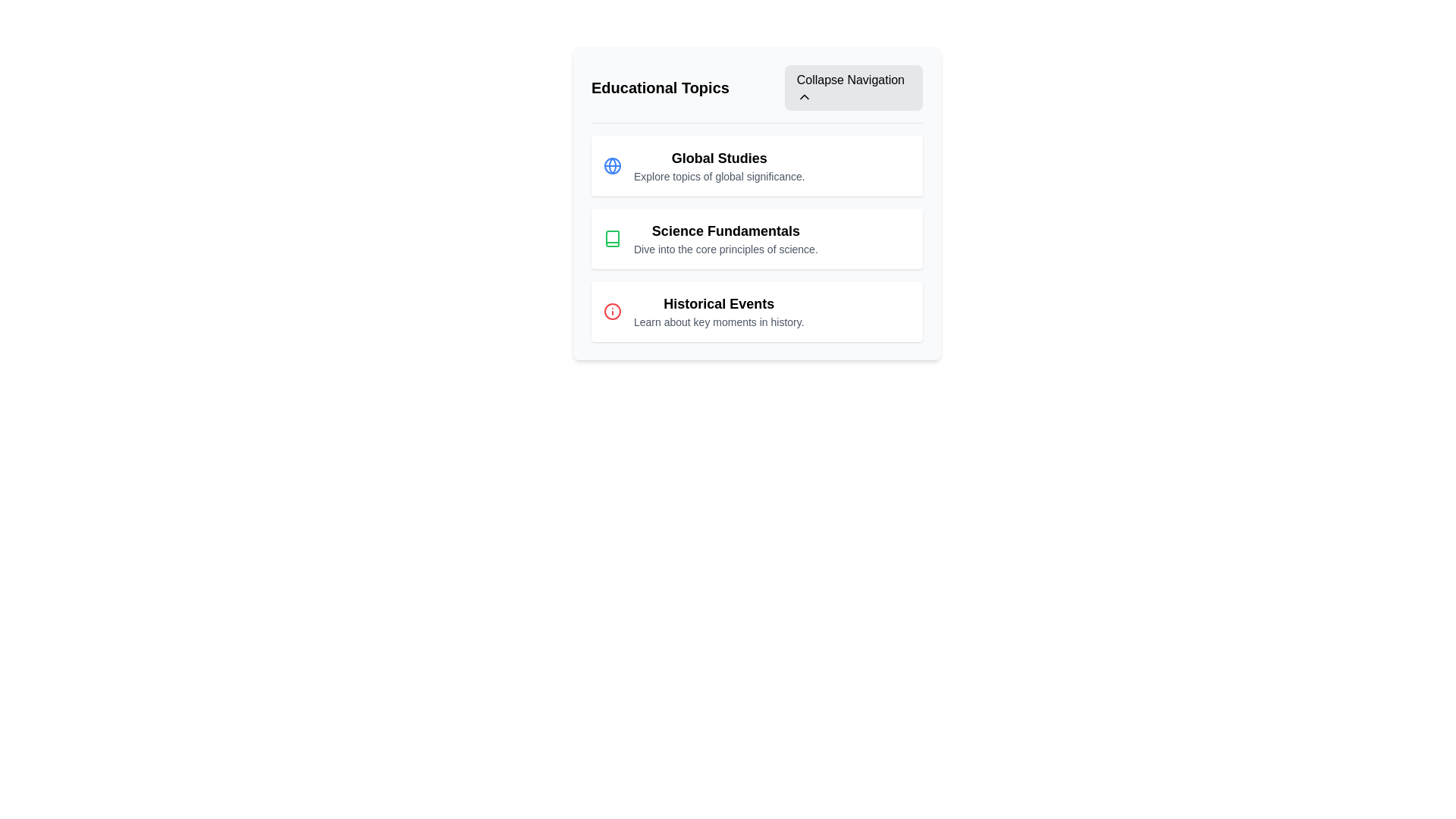 The height and width of the screenshot is (819, 1456). What do you see at coordinates (718, 321) in the screenshot?
I see `the text label that provides a brief, descriptive subtitle under the 'Historical Events' title in the educational topics list` at bounding box center [718, 321].